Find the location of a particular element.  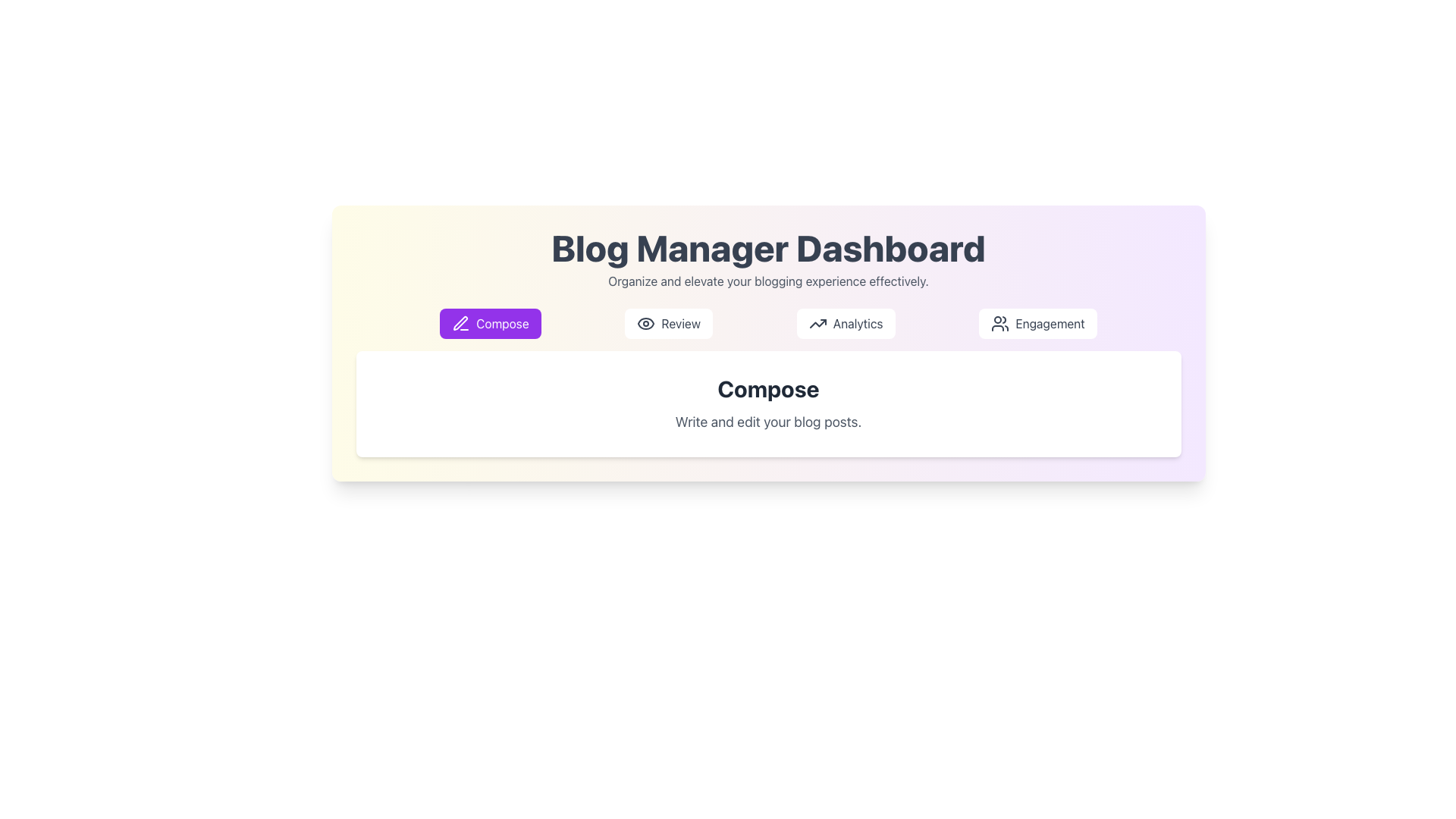

the button containing the 'Compose' label, which has a purple background and rounded corners is located at coordinates (502, 323).